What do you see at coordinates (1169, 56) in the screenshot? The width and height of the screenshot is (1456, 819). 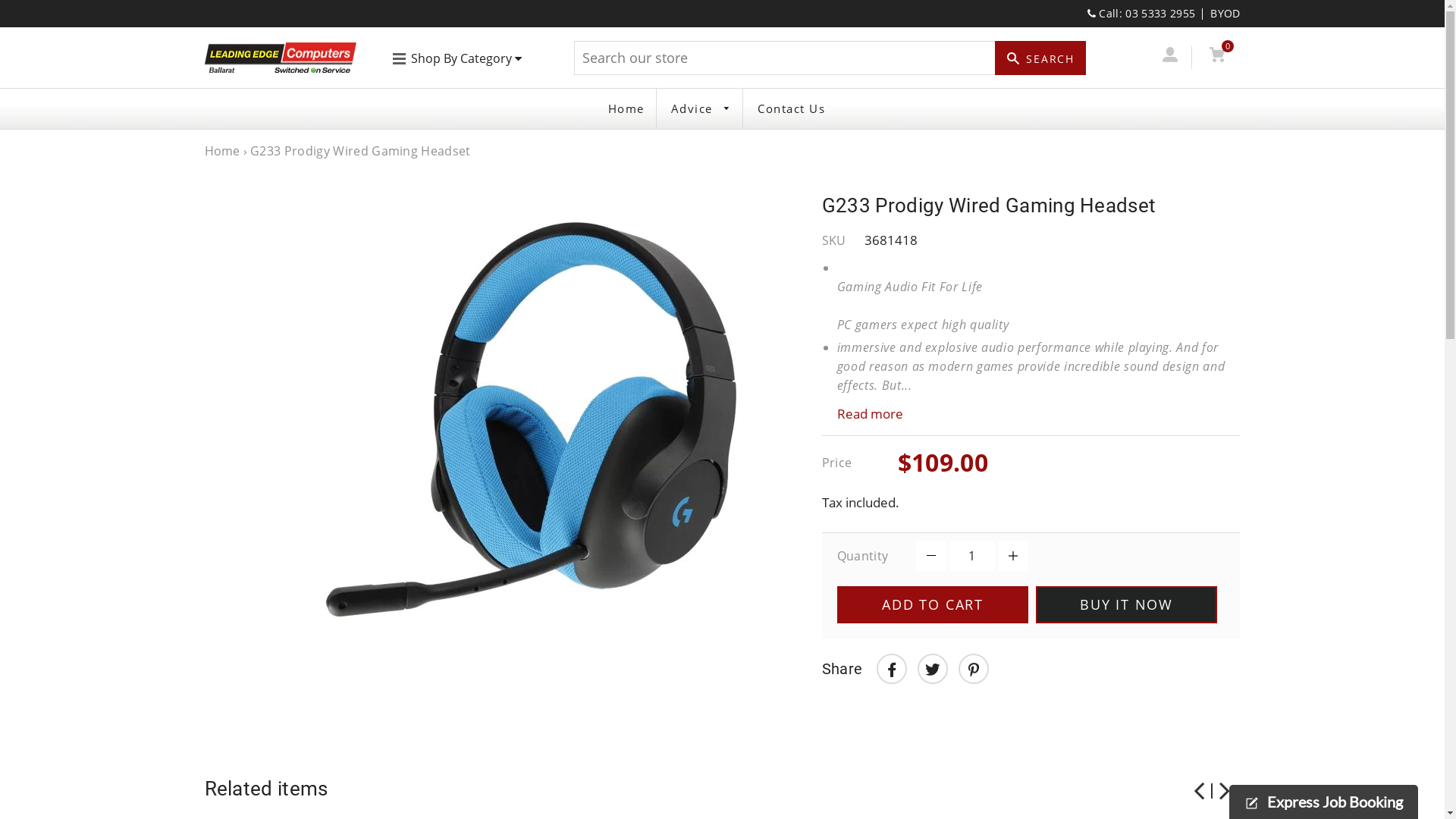 I see `'Log In'` at bounding box center [1169, 56].